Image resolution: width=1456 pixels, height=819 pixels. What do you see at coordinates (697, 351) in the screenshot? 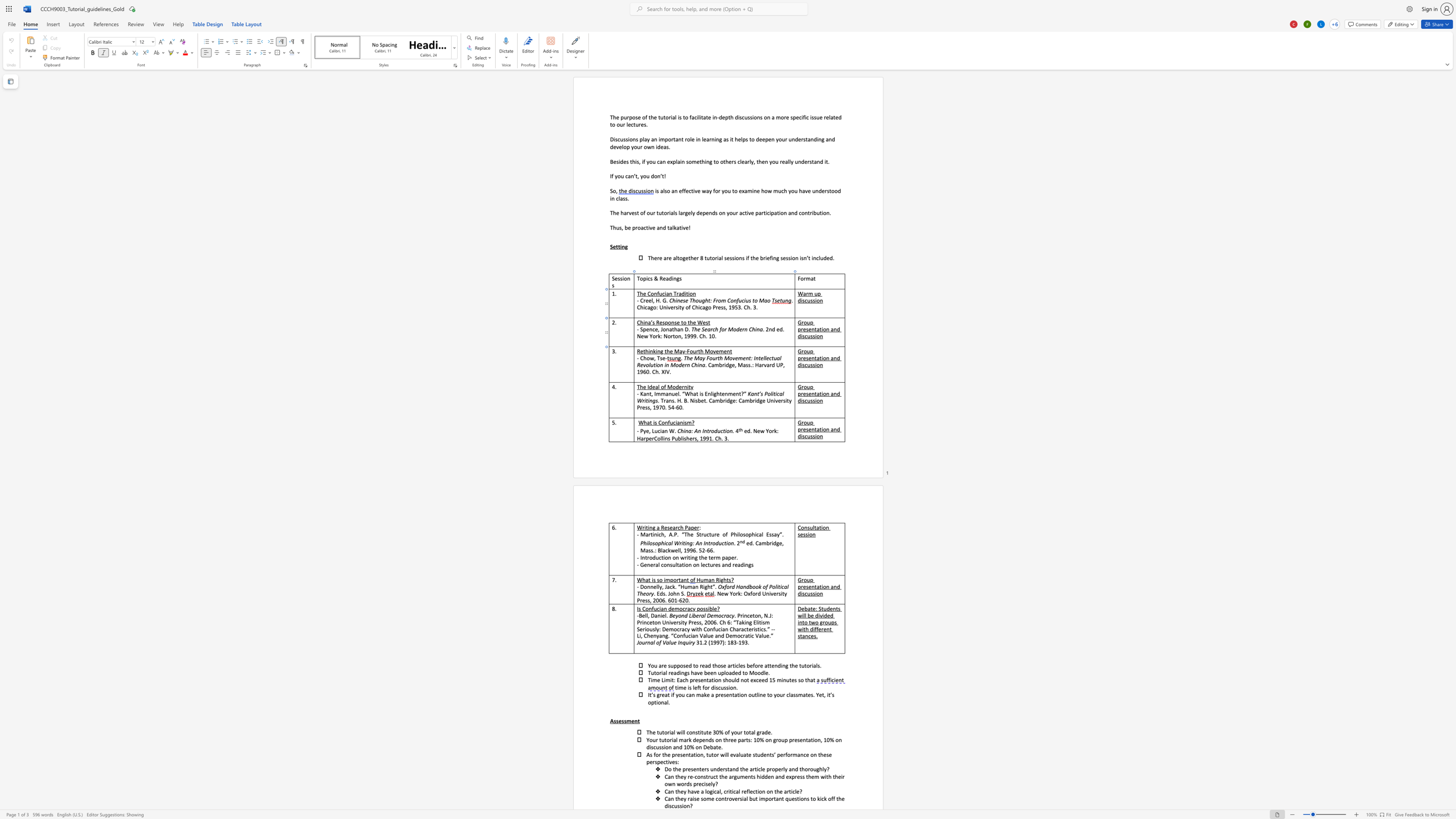
I see `the space between the continuous character "r" and "t" in the text` at bounding box center [697, 351].